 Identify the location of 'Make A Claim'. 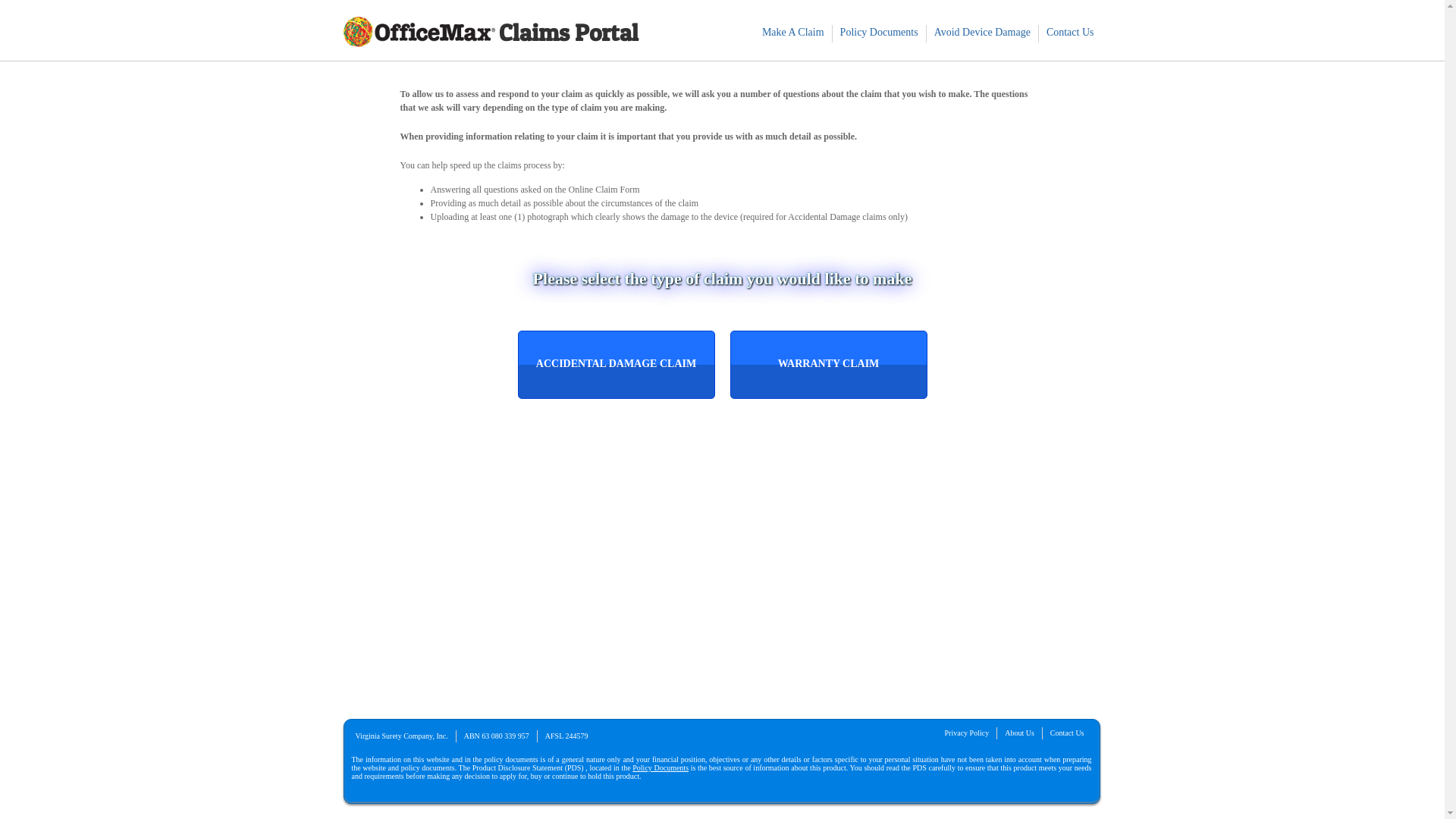
(792, 32).